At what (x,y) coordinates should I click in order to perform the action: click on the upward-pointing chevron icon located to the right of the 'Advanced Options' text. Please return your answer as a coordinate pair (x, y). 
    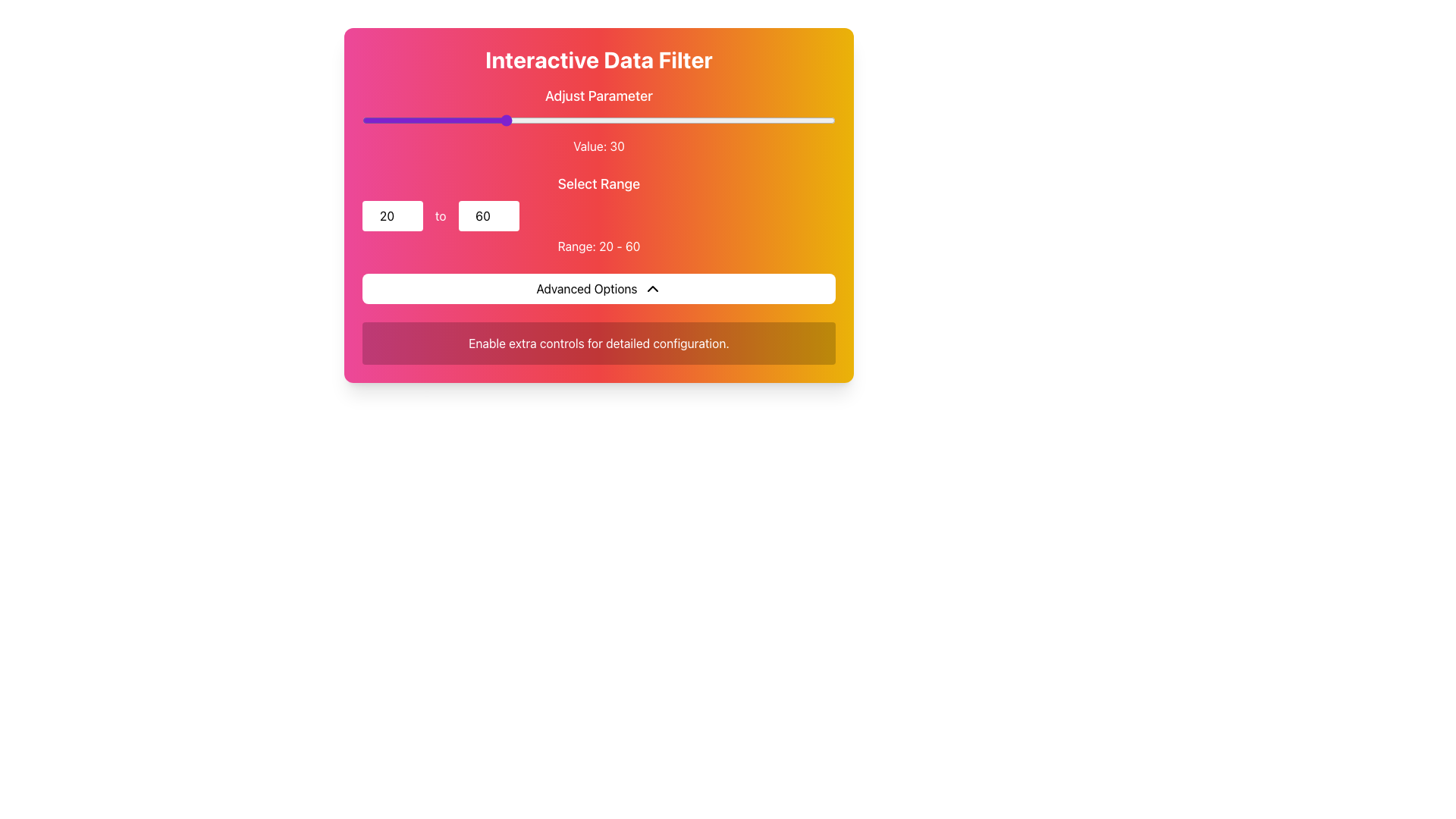
    Looking at the image, I should click on (652, 289).